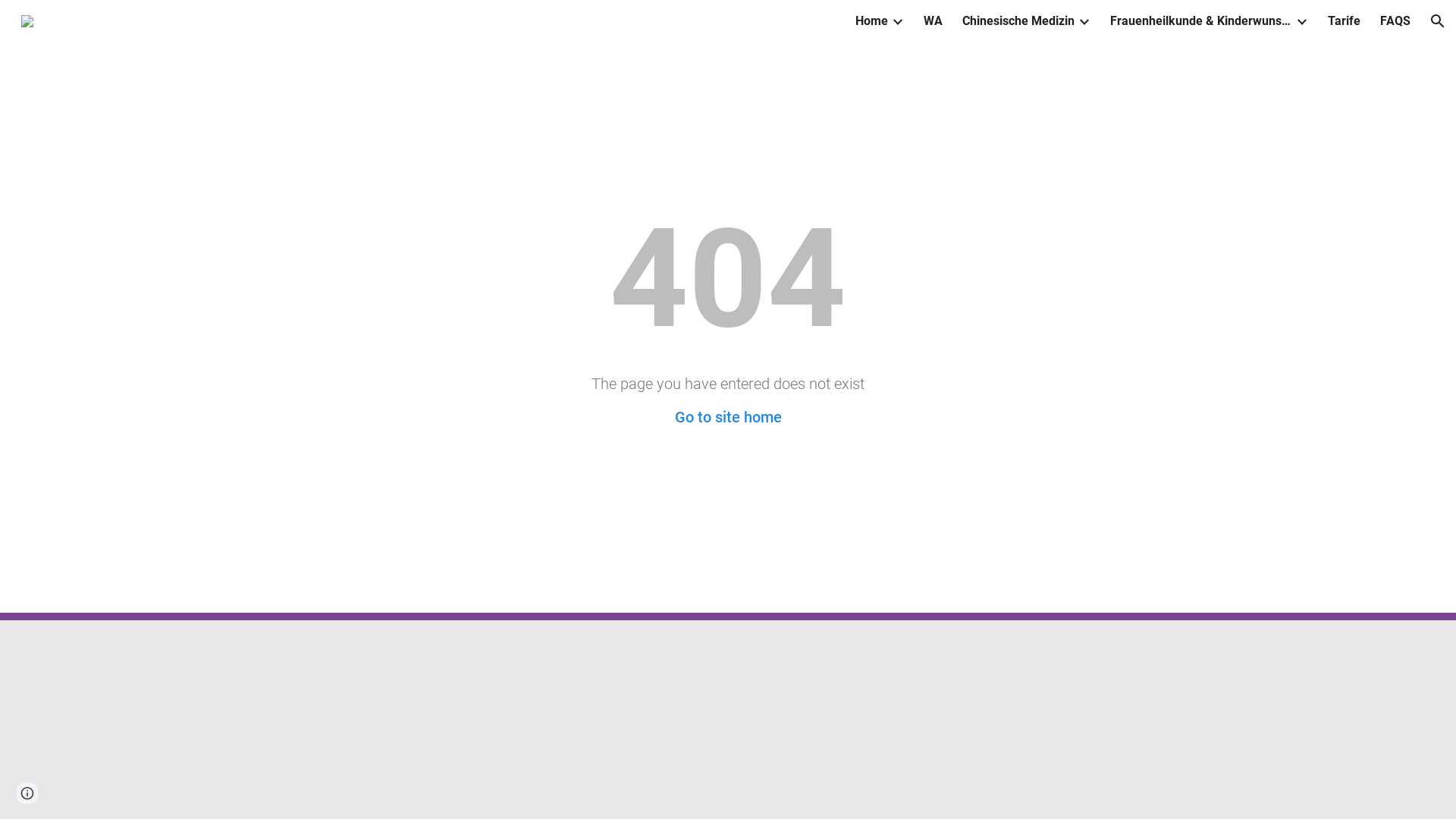 The width and height of the screenshot is (1456, 819). What do you see at coordinates (673, 417) in the screenshot?
I see `'Go to site home'` at bounding box center [673, 417].